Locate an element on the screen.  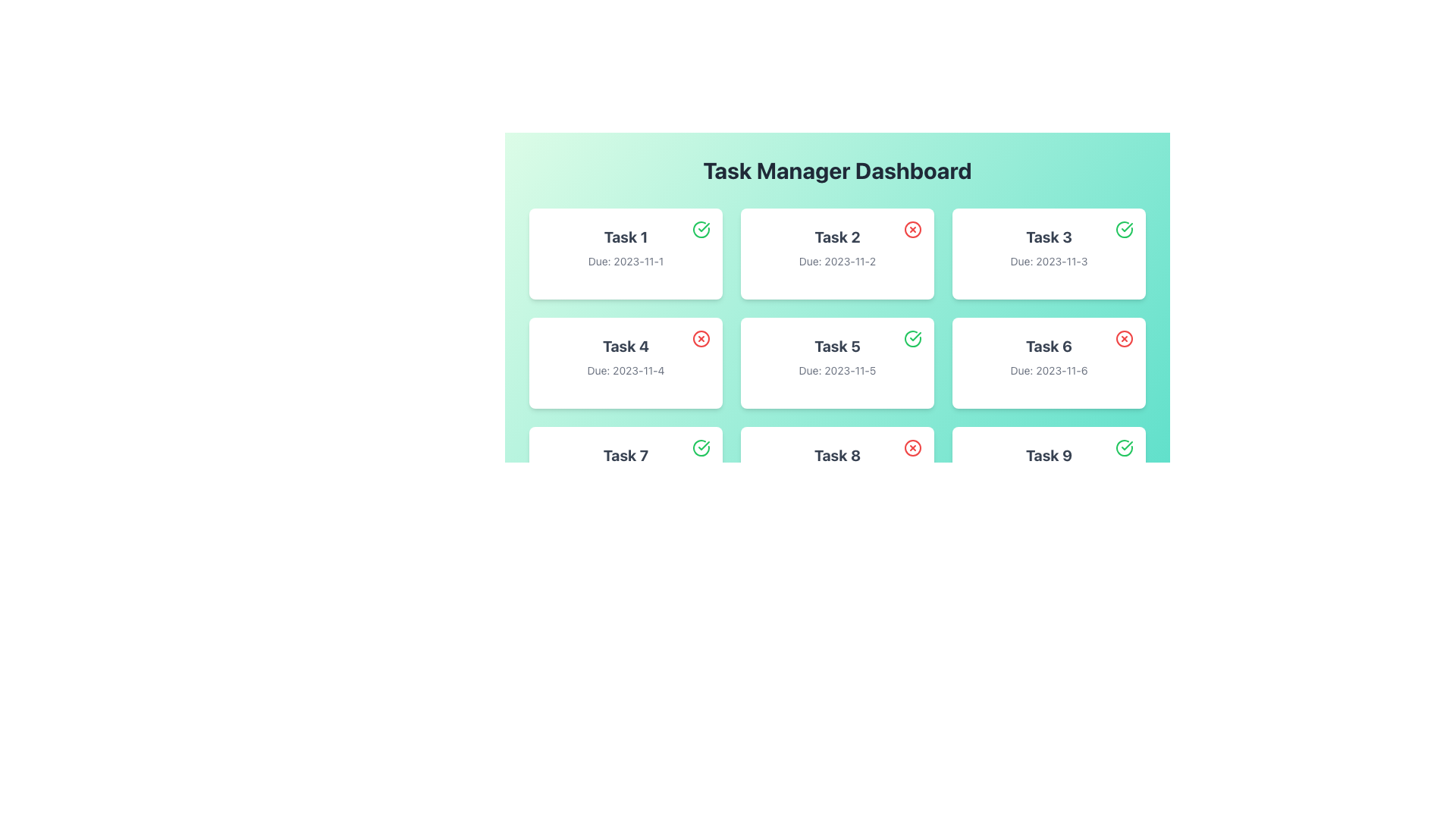
the Information card that displays 'Task 1' with a due date of '2023-11-1', featuring a green circular check mark icon in the top-right corner is located at coordinates (626, 253).